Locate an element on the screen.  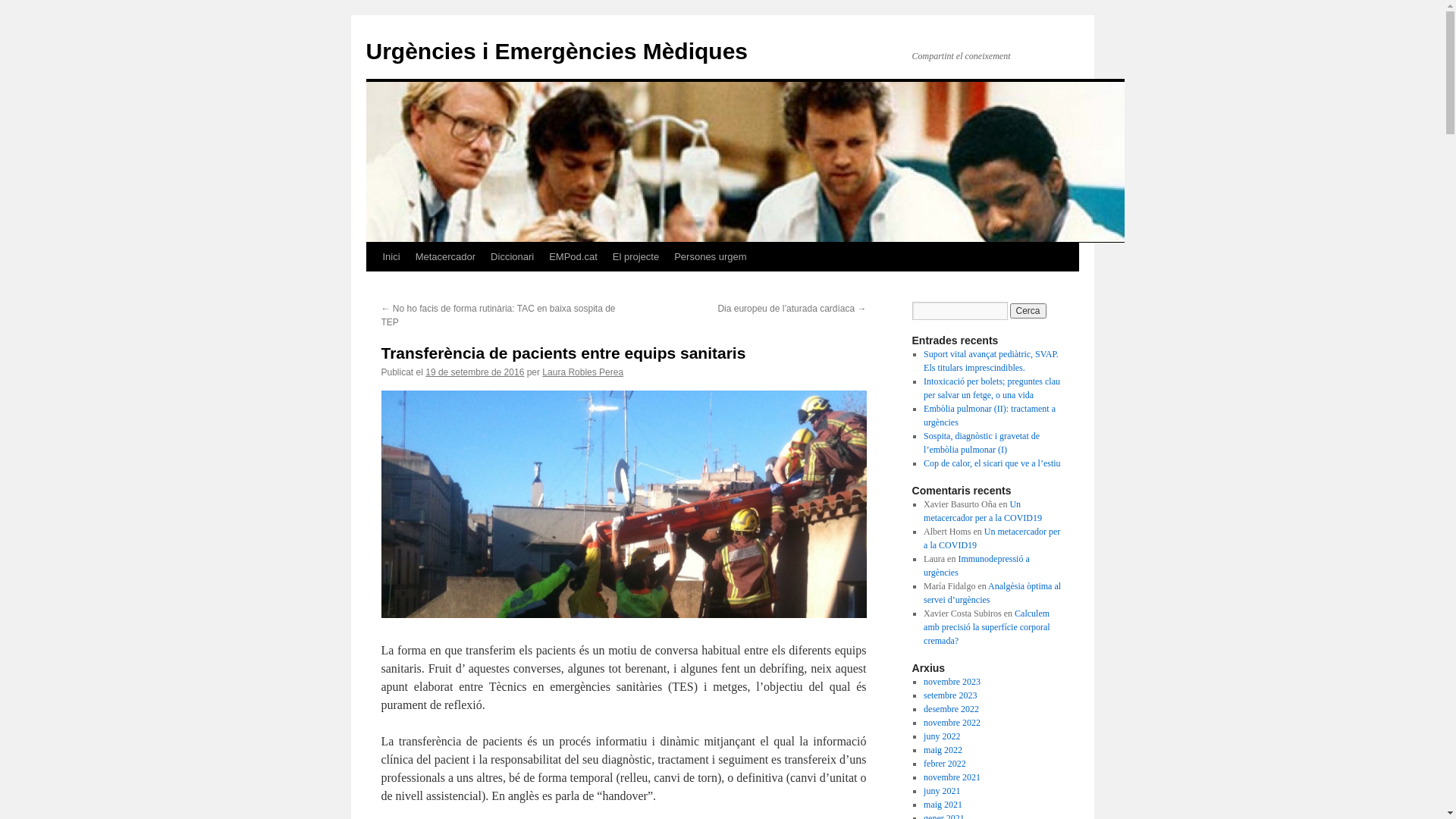
'Diccionari' is located at coordinates (512, 256).